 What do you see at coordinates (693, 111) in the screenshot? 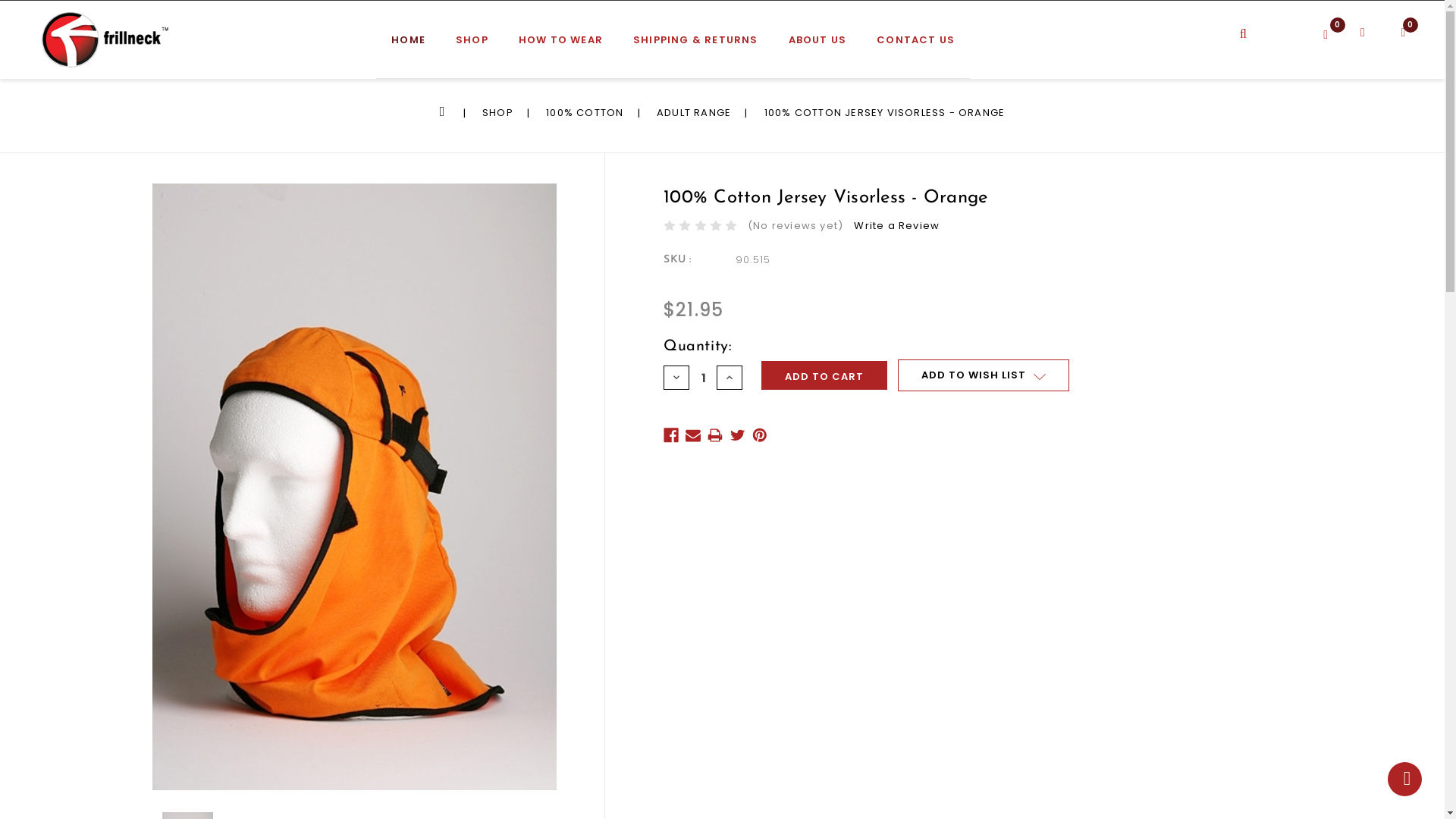
I see `'ADULT RANGE'` at bounding box center [693, 111].